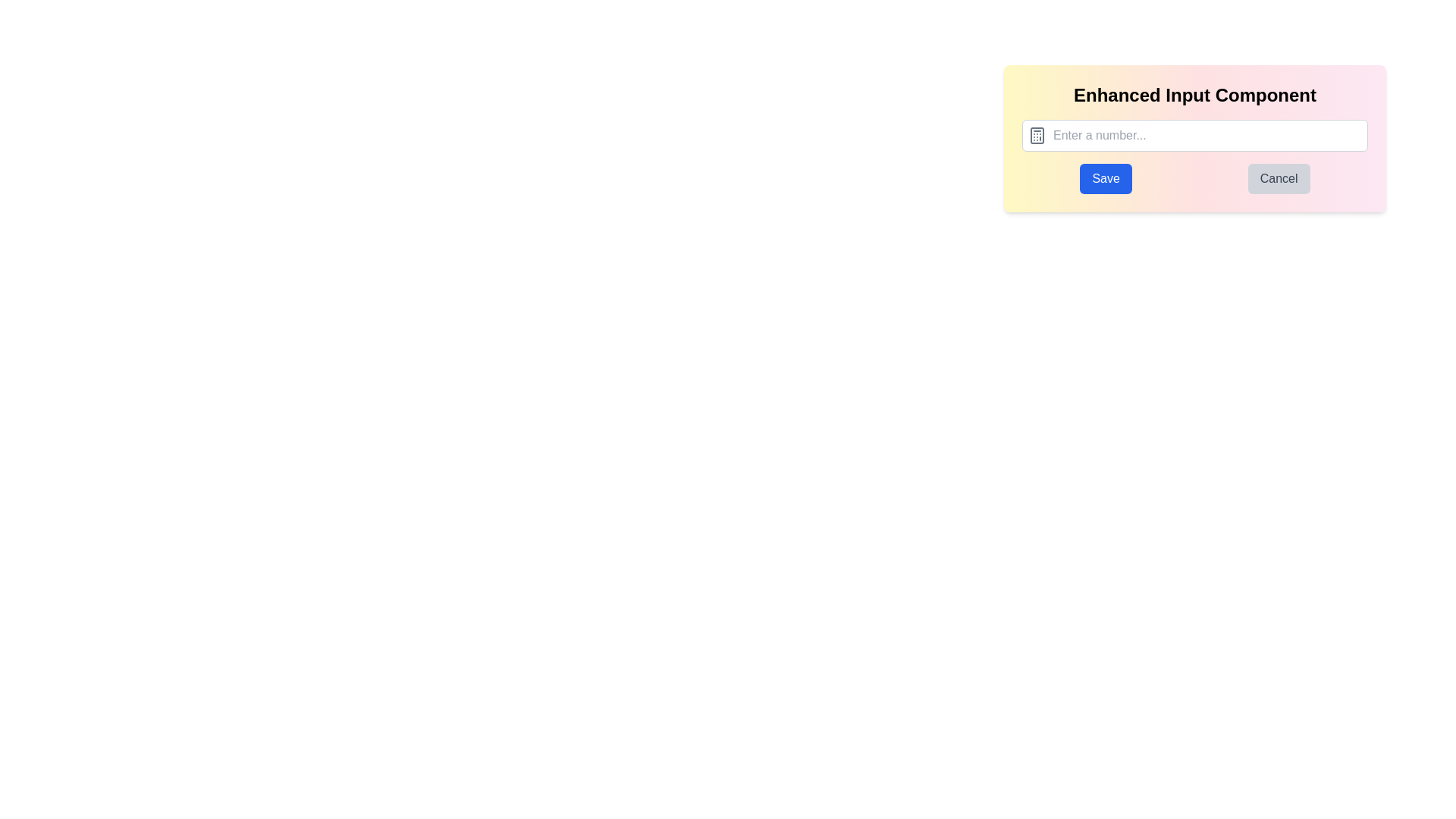 The image size is (1456, 819). I want to click on the 'Cancel' button, which is a light gray button with dark gray text located to the right of the 'Save' button in the 'Enhanced Input Component' panel, so click(1278, 177).